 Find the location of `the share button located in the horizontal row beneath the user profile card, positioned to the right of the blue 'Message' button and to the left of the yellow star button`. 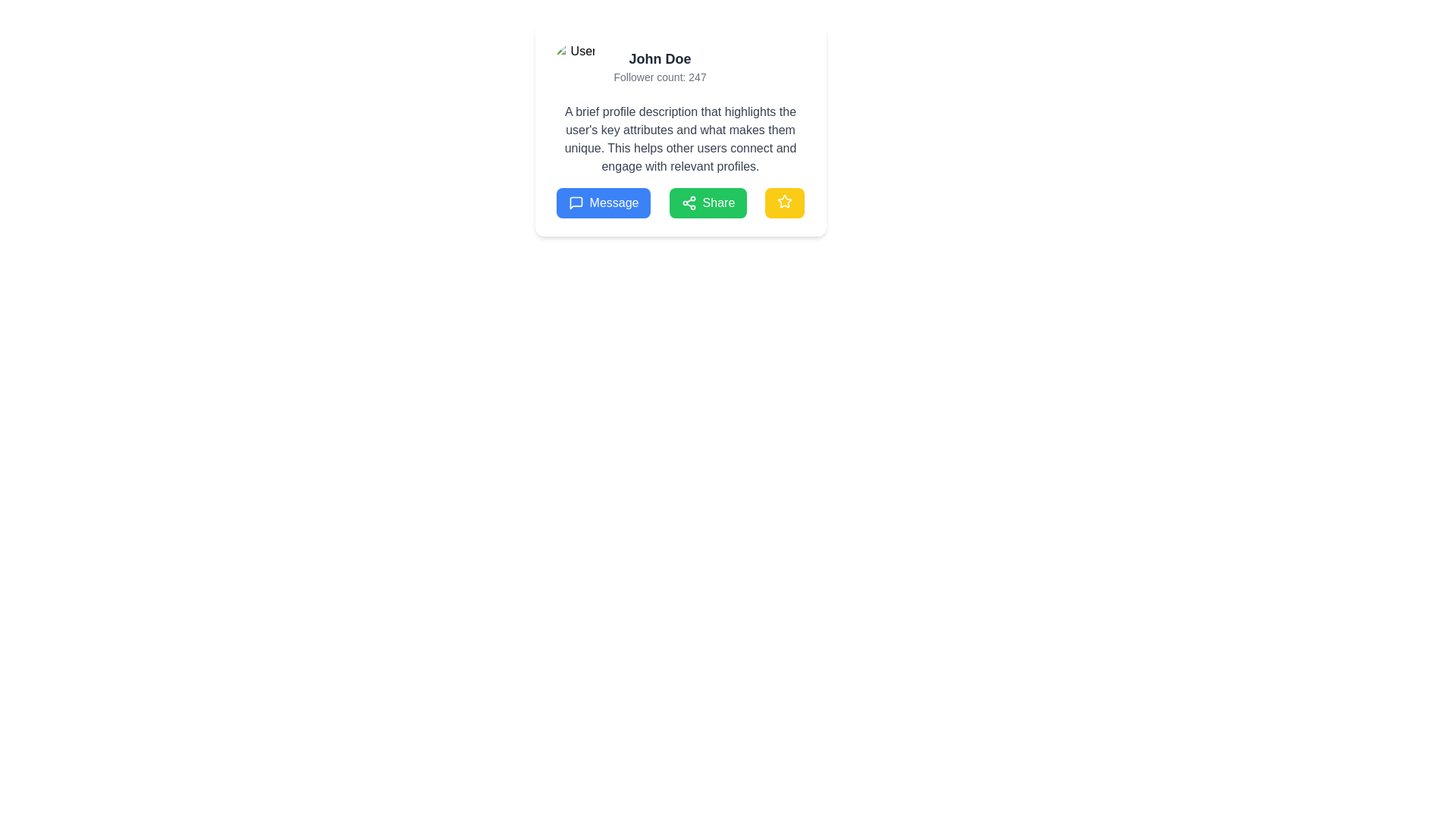

the share button located in the horizontal row beneath the user profile card, positioned to the right of the blue 'Message' button and to the left of the yellow star button is located at coordinates (707, 202).